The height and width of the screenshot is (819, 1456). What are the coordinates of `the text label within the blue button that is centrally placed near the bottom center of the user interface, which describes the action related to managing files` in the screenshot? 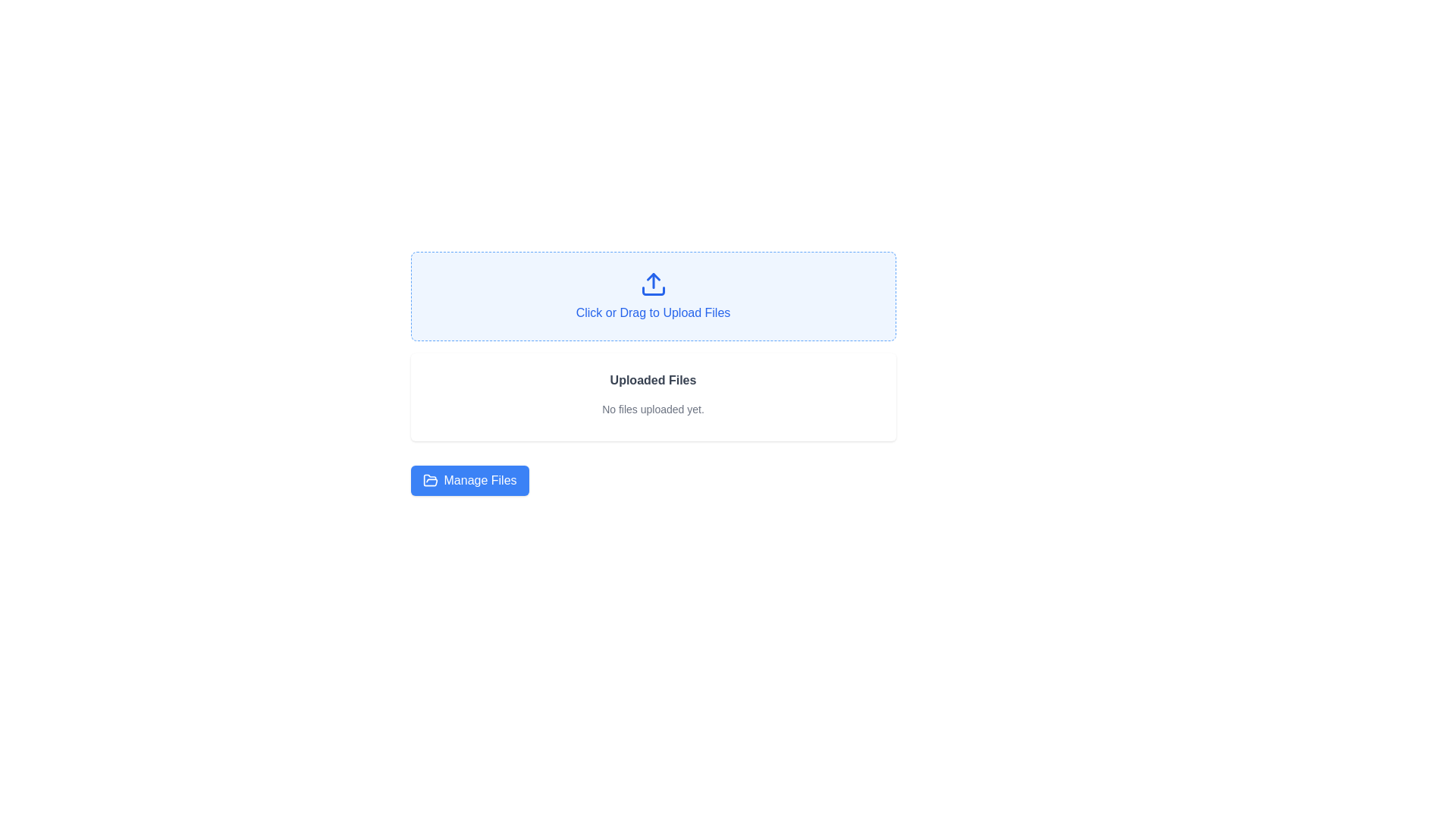 It's located at (479, 480).